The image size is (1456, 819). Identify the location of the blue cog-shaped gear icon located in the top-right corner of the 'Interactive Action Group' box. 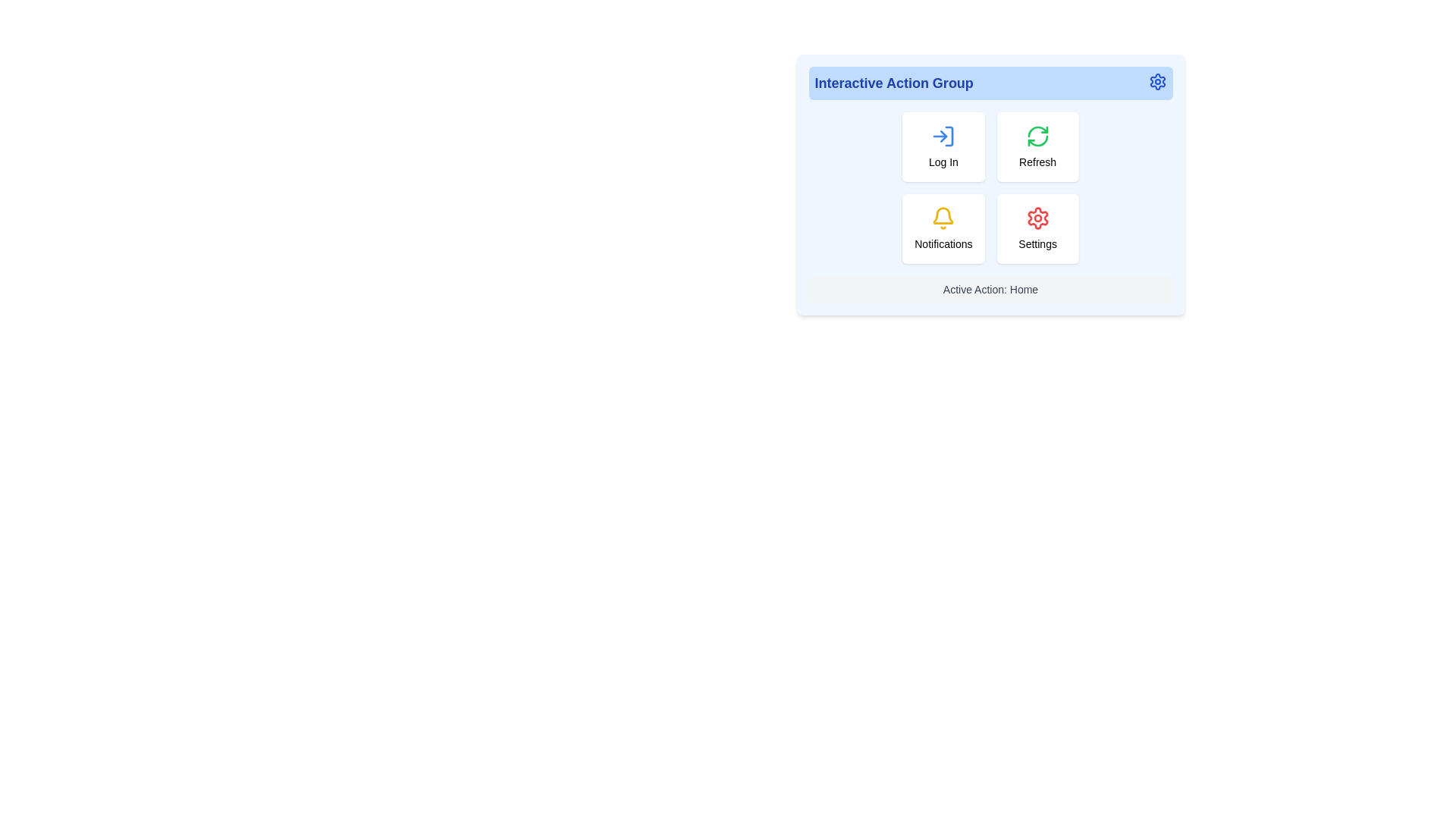
(1156, 82).